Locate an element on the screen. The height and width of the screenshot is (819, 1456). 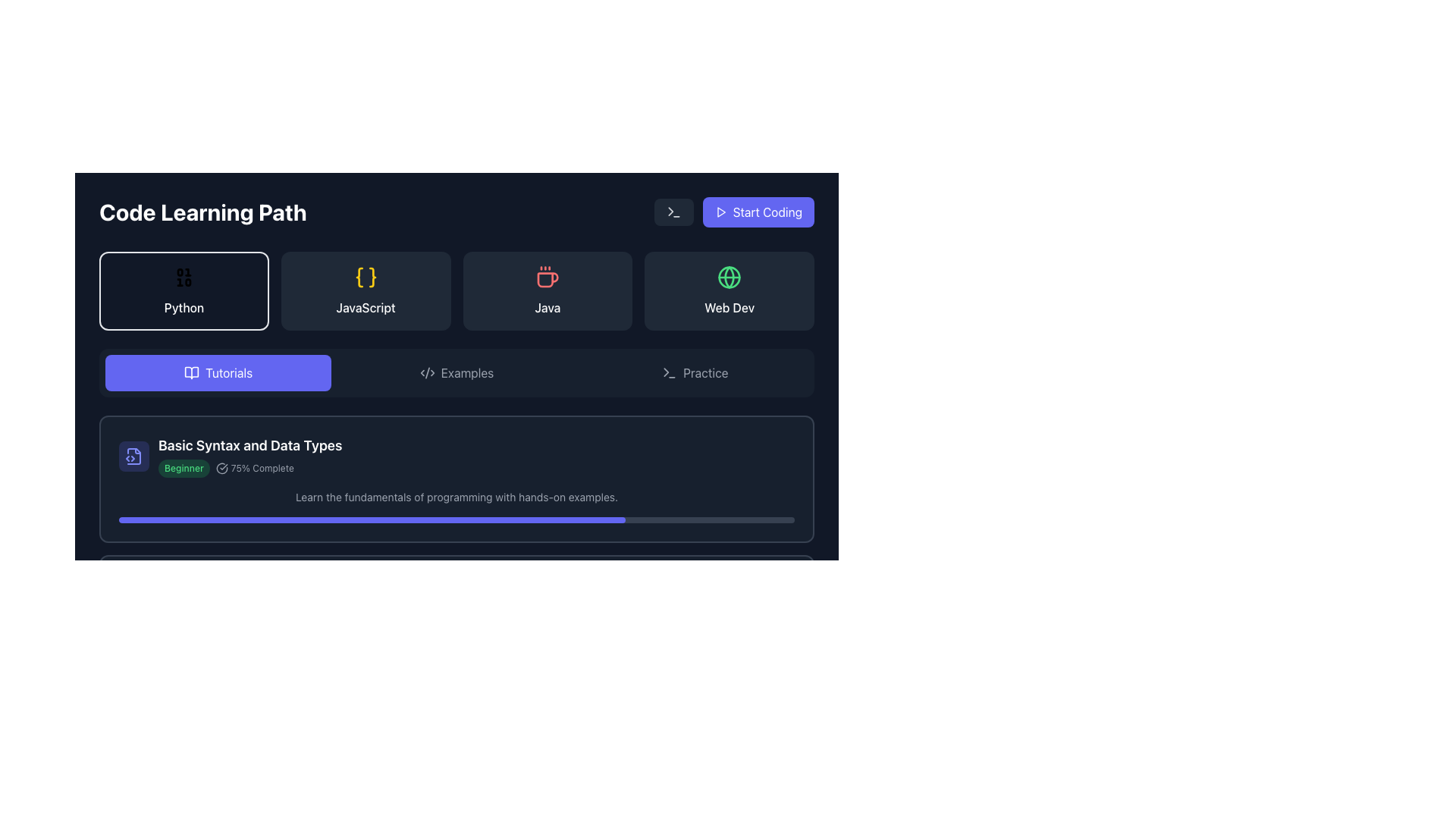
the 'Start Coding' button located in the top-right corner of the interface, which has a vibrant indigo background and white text, to initiate the action is located at coordinates (758, 212).